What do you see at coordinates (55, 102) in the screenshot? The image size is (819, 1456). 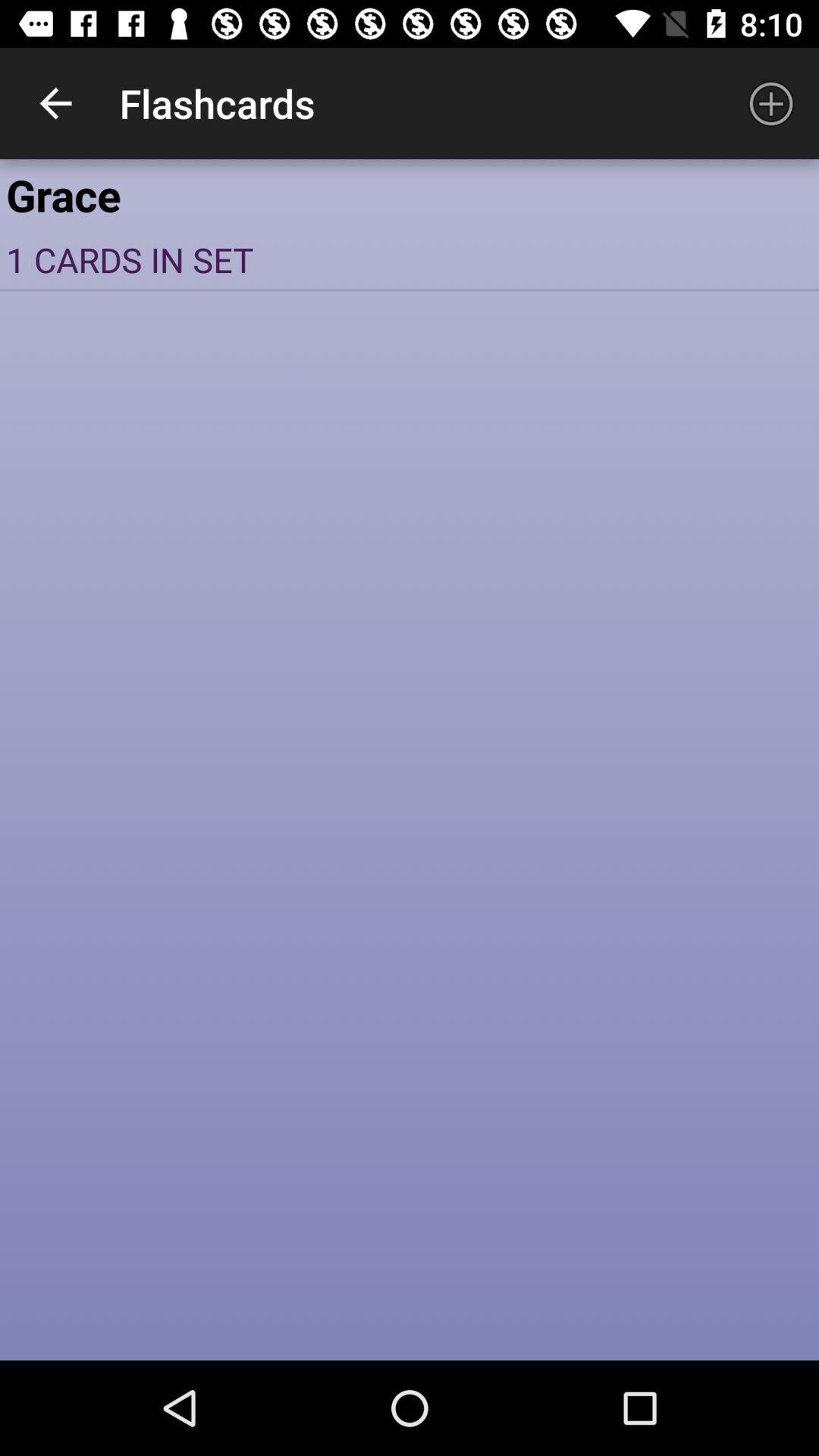 I see `icon next to the flashcards item` at bounding box center [55, 102].